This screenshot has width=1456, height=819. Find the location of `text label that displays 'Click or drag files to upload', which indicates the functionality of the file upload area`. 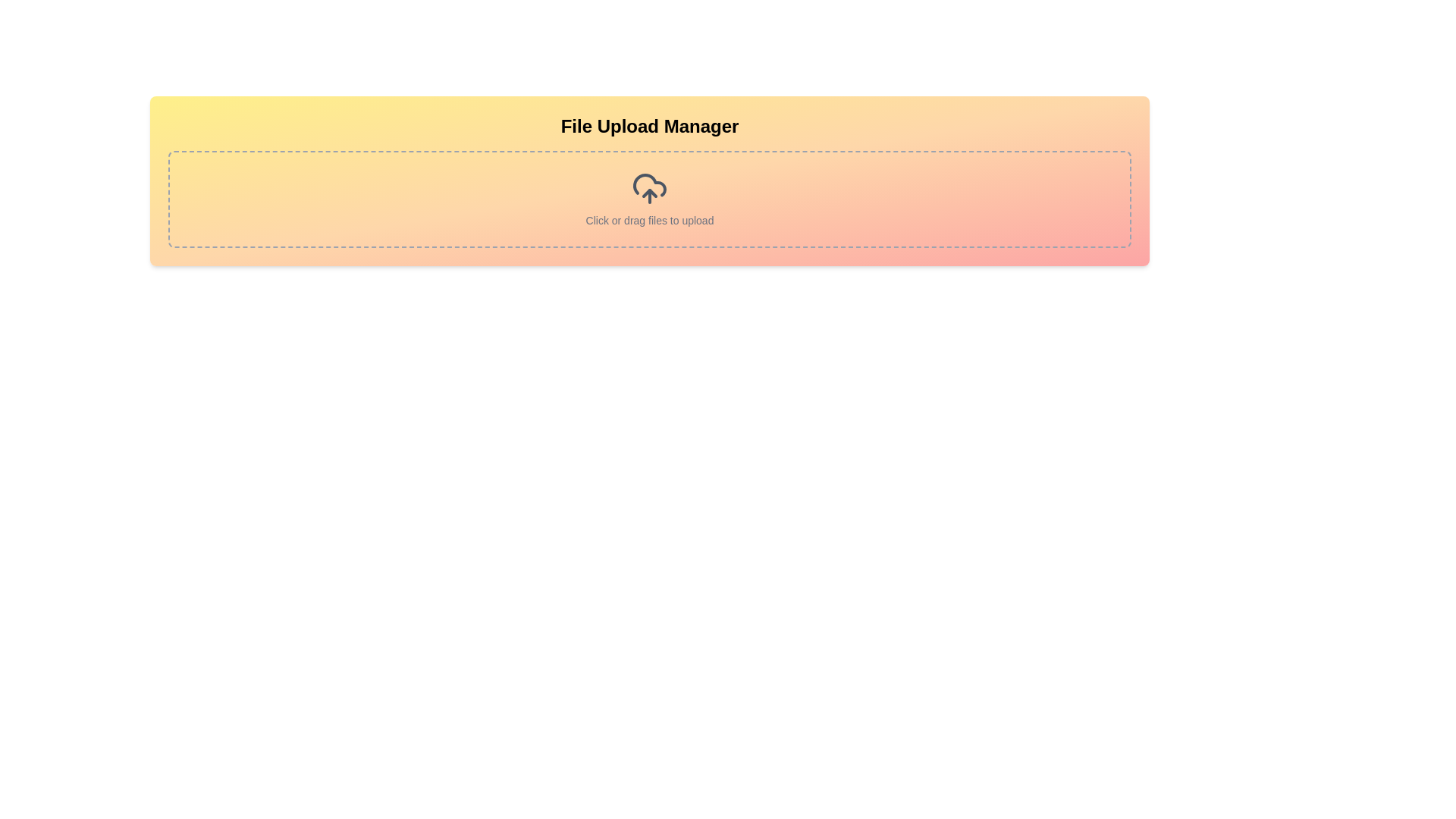

text label that displays 'Click or drag files to upload', which indicates the functionality of the file upload area is located at coordinates (650, 220).